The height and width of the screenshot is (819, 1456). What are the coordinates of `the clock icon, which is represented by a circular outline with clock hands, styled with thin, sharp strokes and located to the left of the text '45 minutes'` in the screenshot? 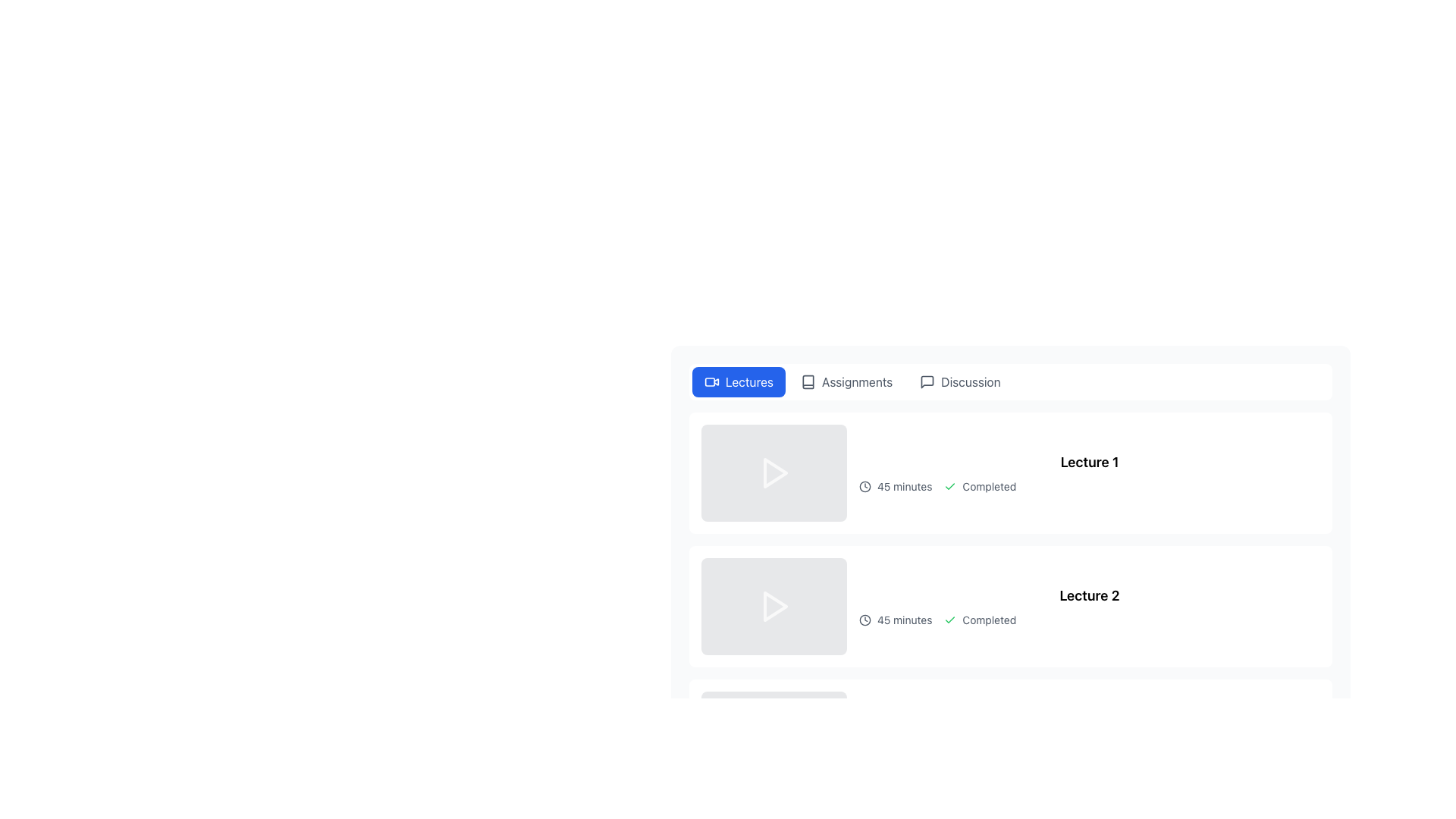 It's located at (865, 620).